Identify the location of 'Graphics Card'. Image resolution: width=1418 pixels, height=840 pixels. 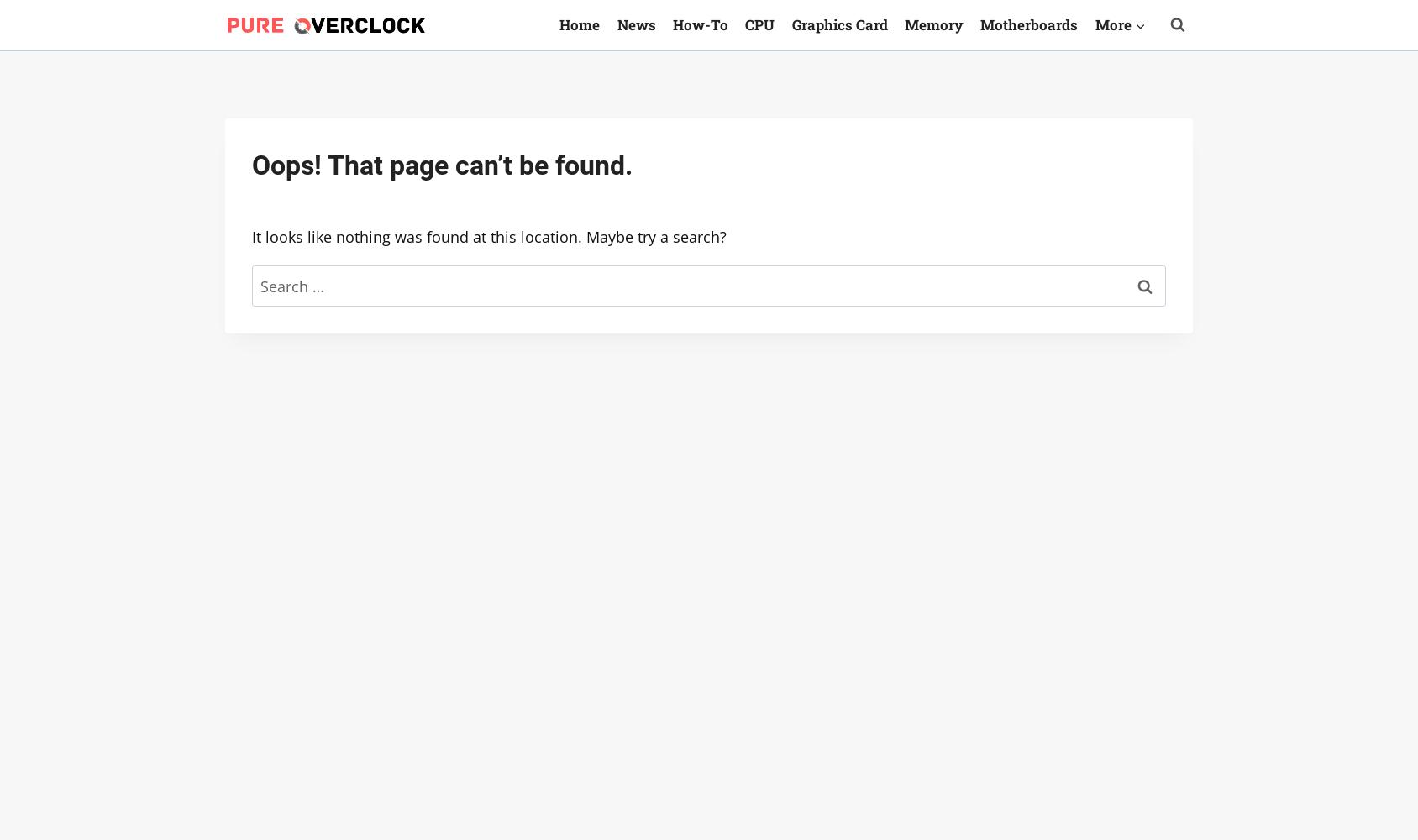
(838, 24).